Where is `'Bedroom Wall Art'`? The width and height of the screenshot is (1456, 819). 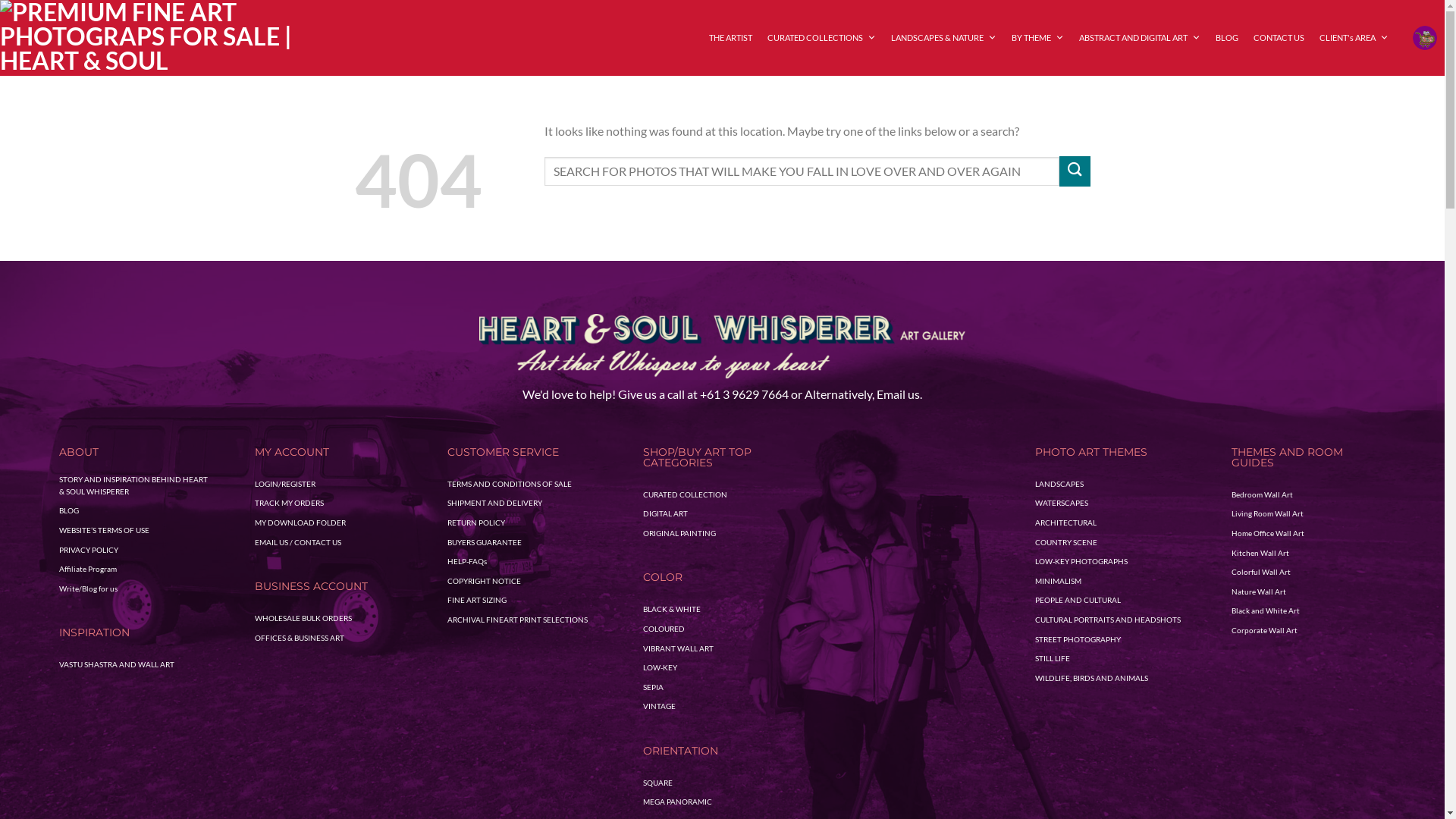
'Bedroom Wall Art' is located at coordinates (1262, 494).